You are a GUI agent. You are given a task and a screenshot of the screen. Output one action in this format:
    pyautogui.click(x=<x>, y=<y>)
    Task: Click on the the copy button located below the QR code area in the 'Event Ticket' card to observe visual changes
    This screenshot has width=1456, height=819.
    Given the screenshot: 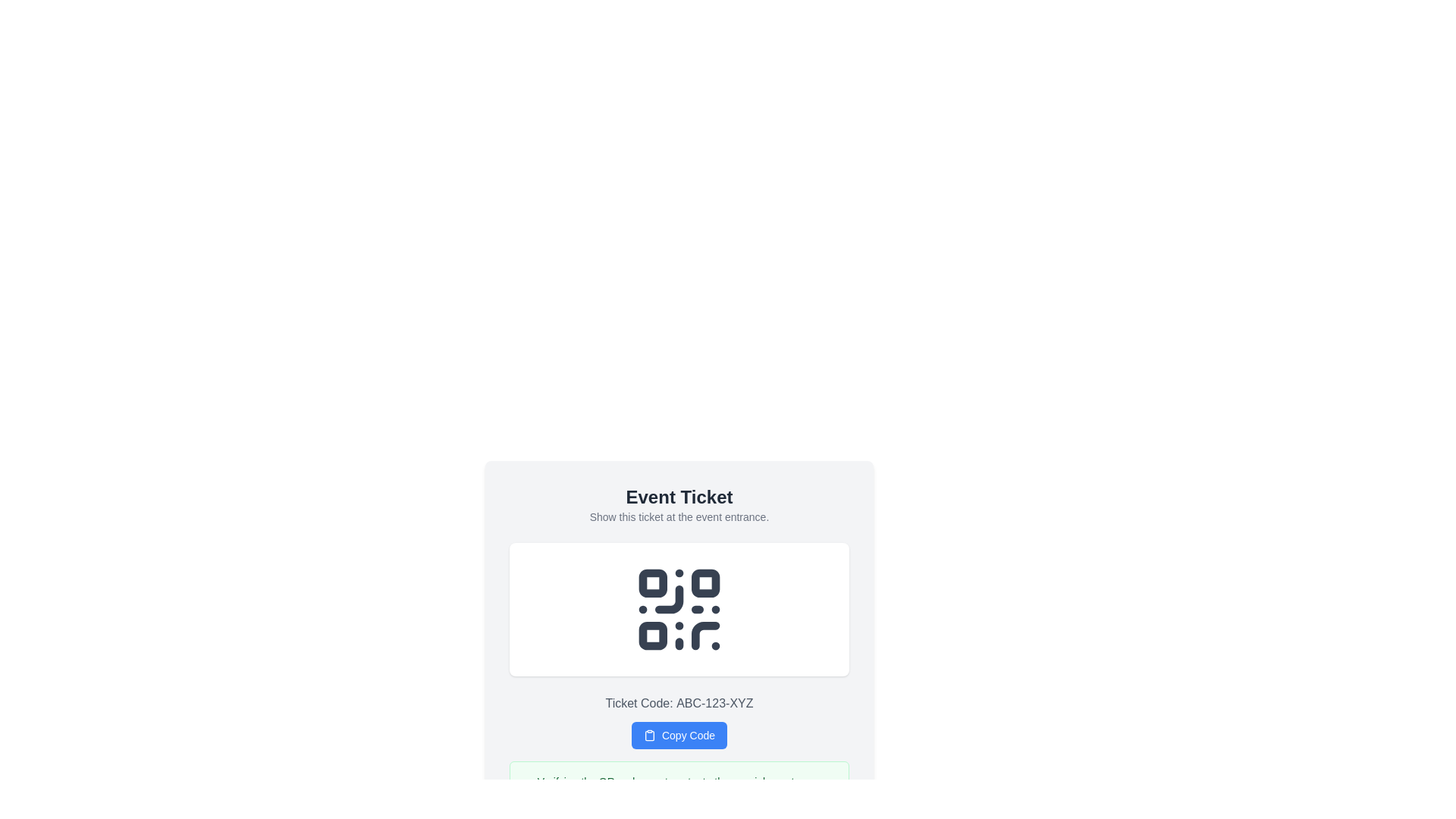 What is the action you would take?
    pyautogui.click(x=679, y=721)
    